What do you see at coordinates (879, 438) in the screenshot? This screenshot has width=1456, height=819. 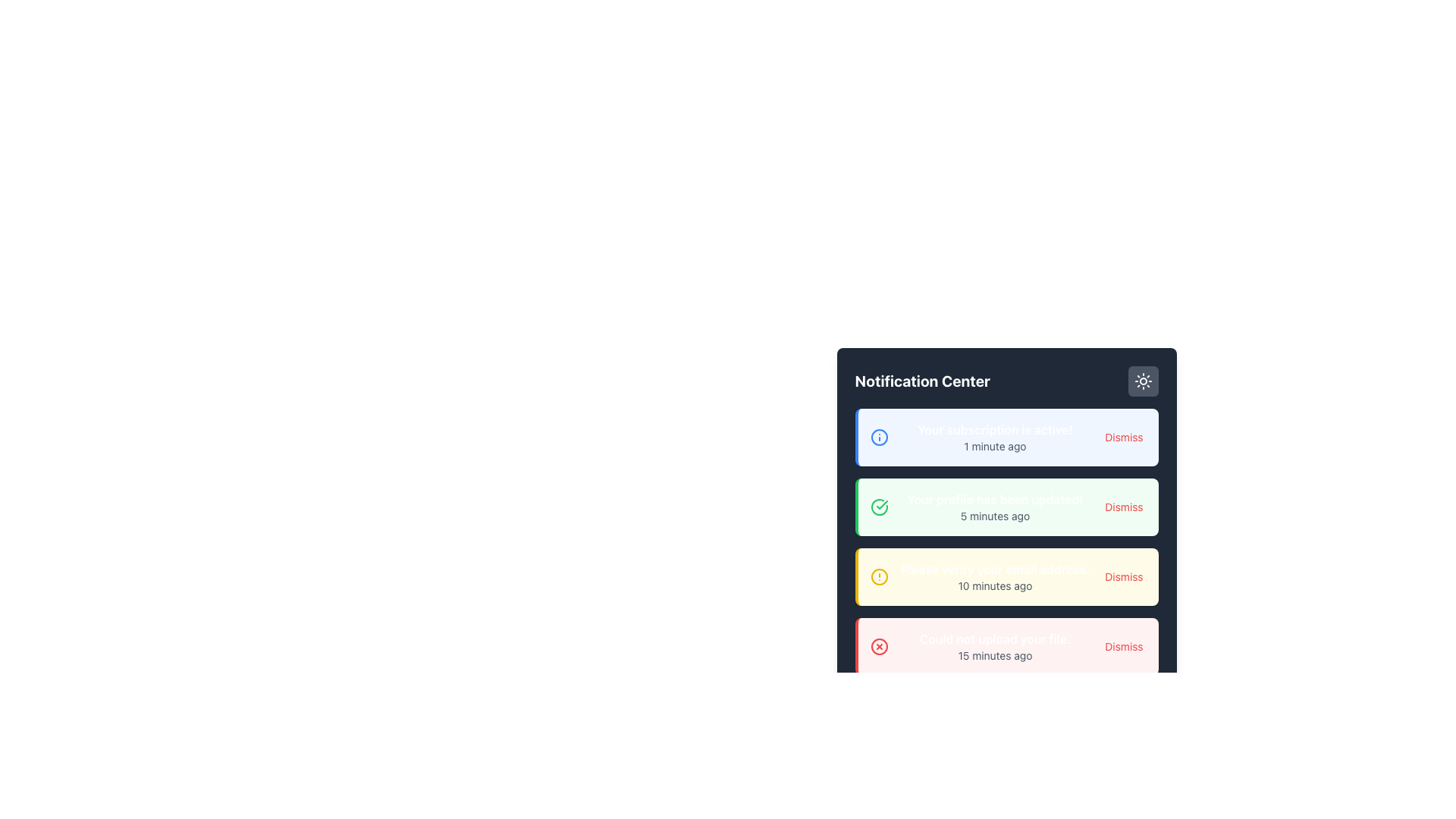 I see `the blue outline circle in the SVG notification center icon located at the top-right corner of the header bar` at bounding box center [879, 438].